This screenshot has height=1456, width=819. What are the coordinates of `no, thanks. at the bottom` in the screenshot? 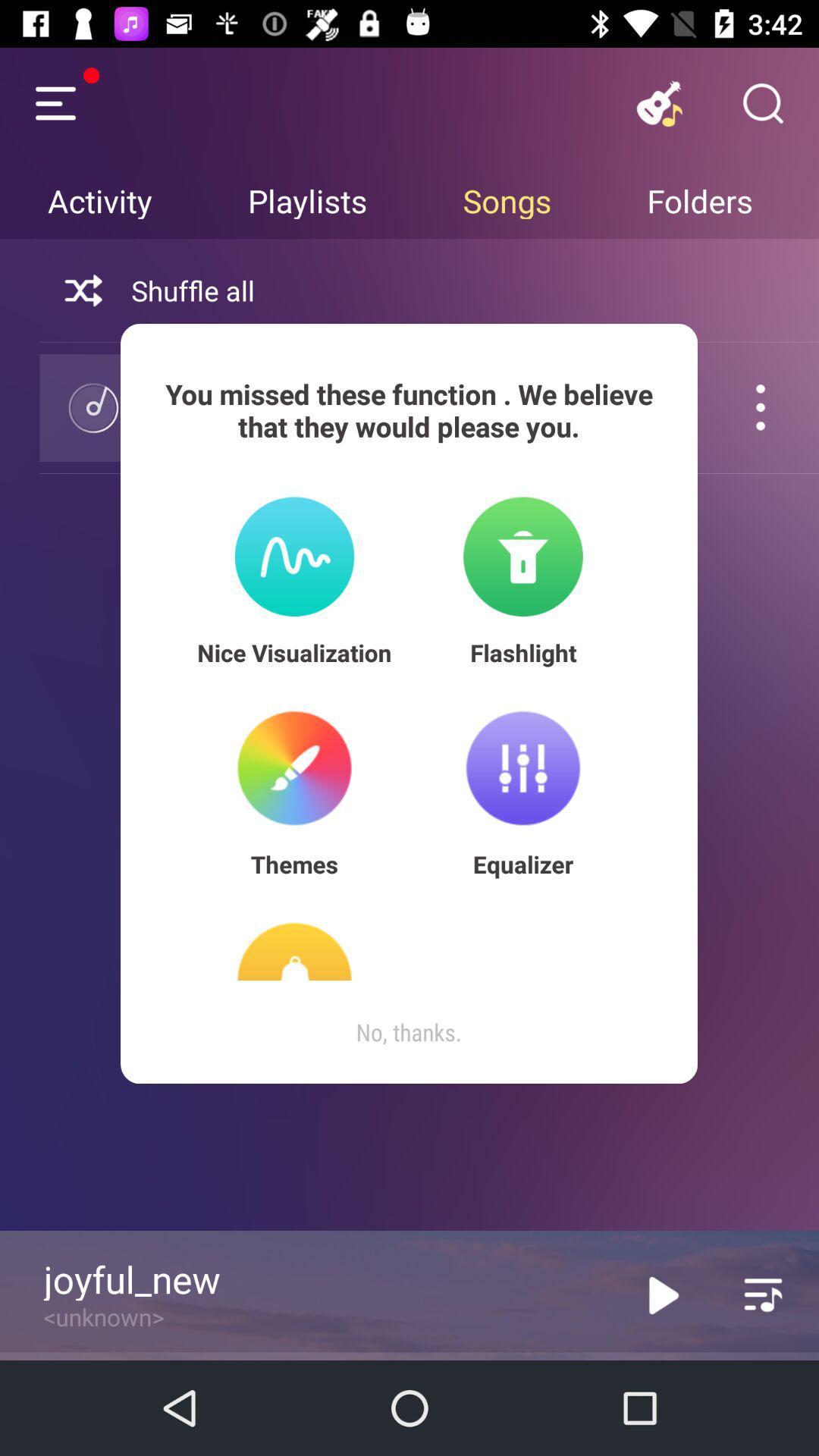 It's located at (408, 1031).